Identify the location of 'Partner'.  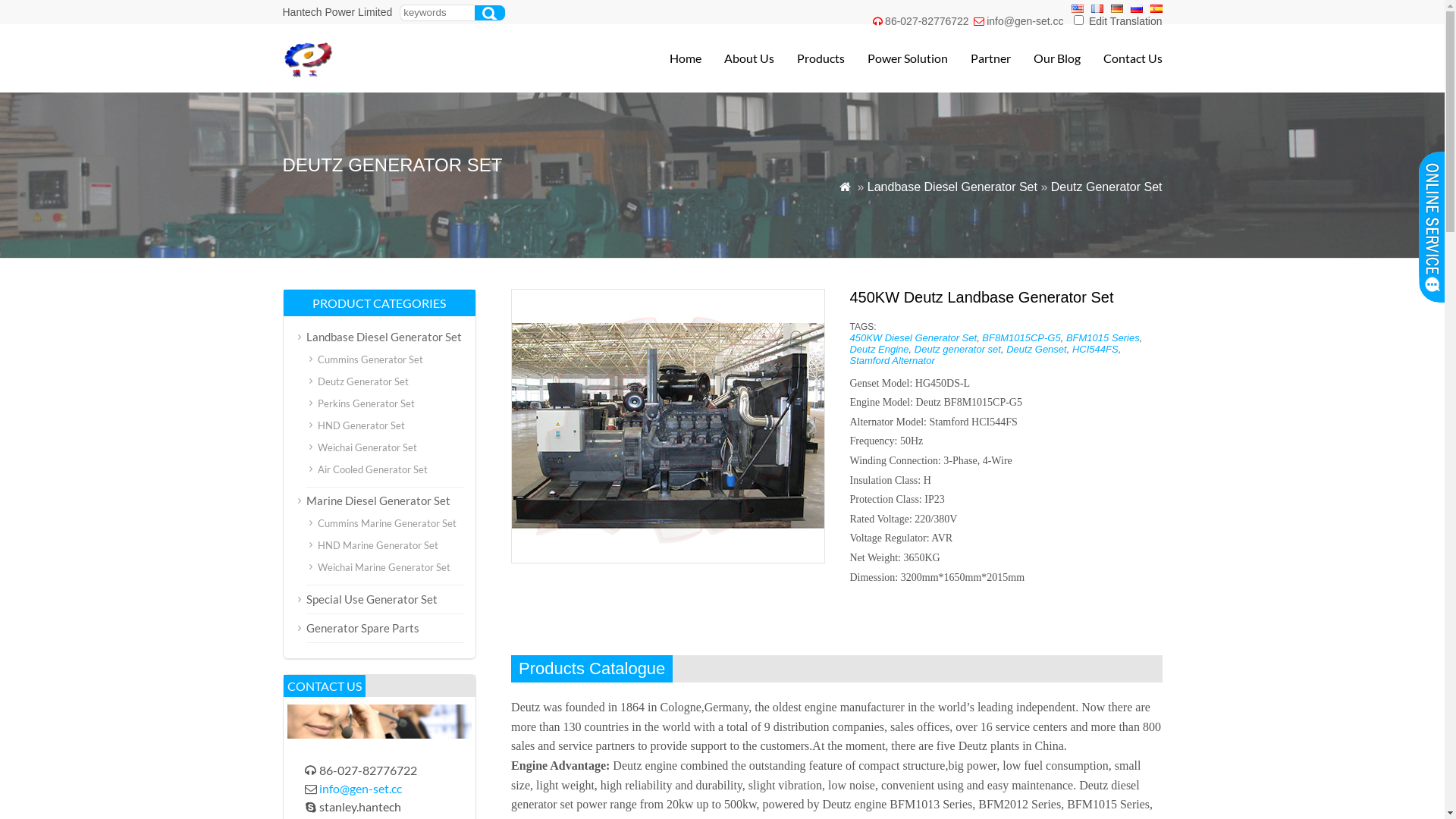
(979, 58).